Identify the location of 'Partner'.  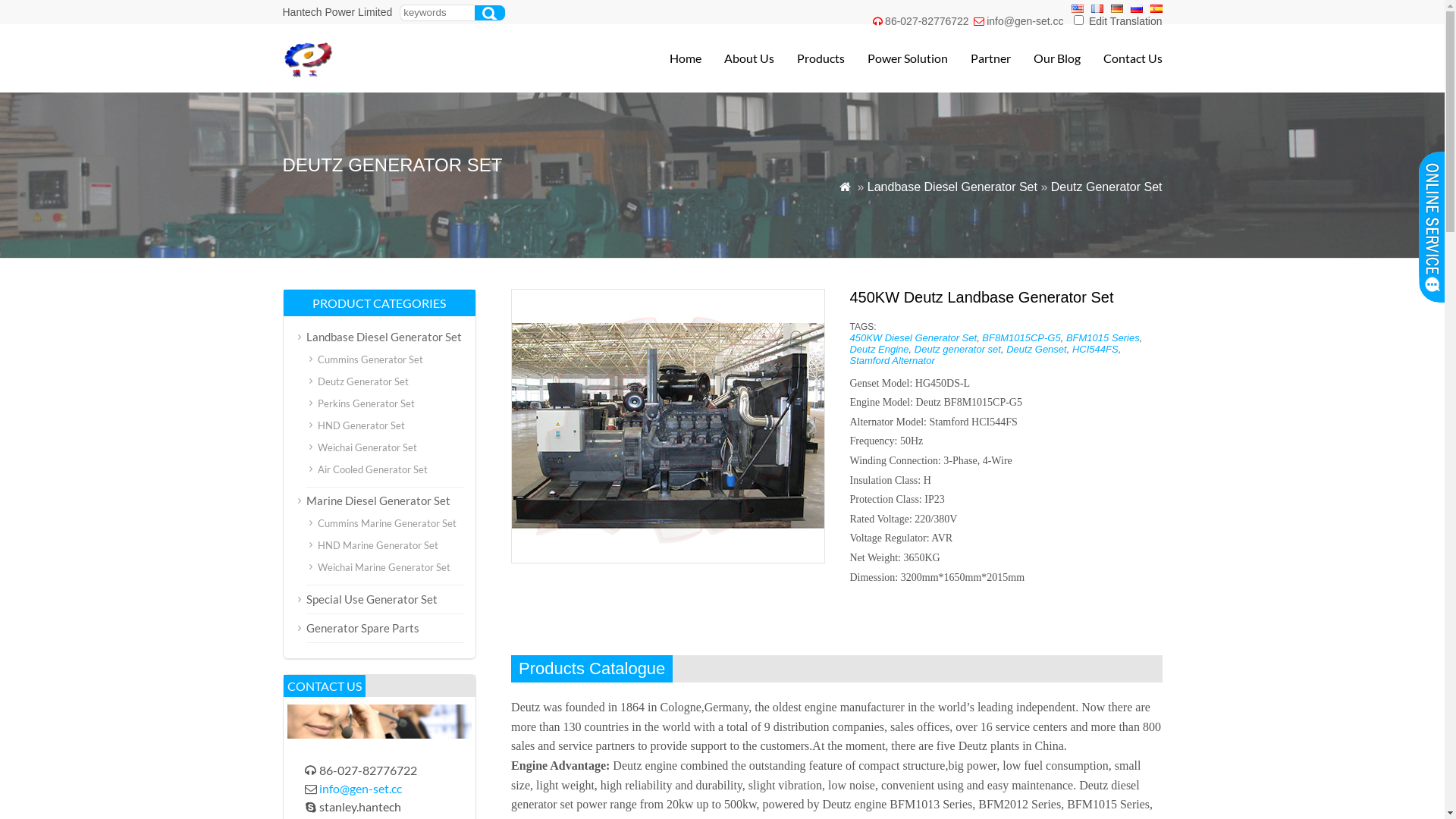
(979, 58).